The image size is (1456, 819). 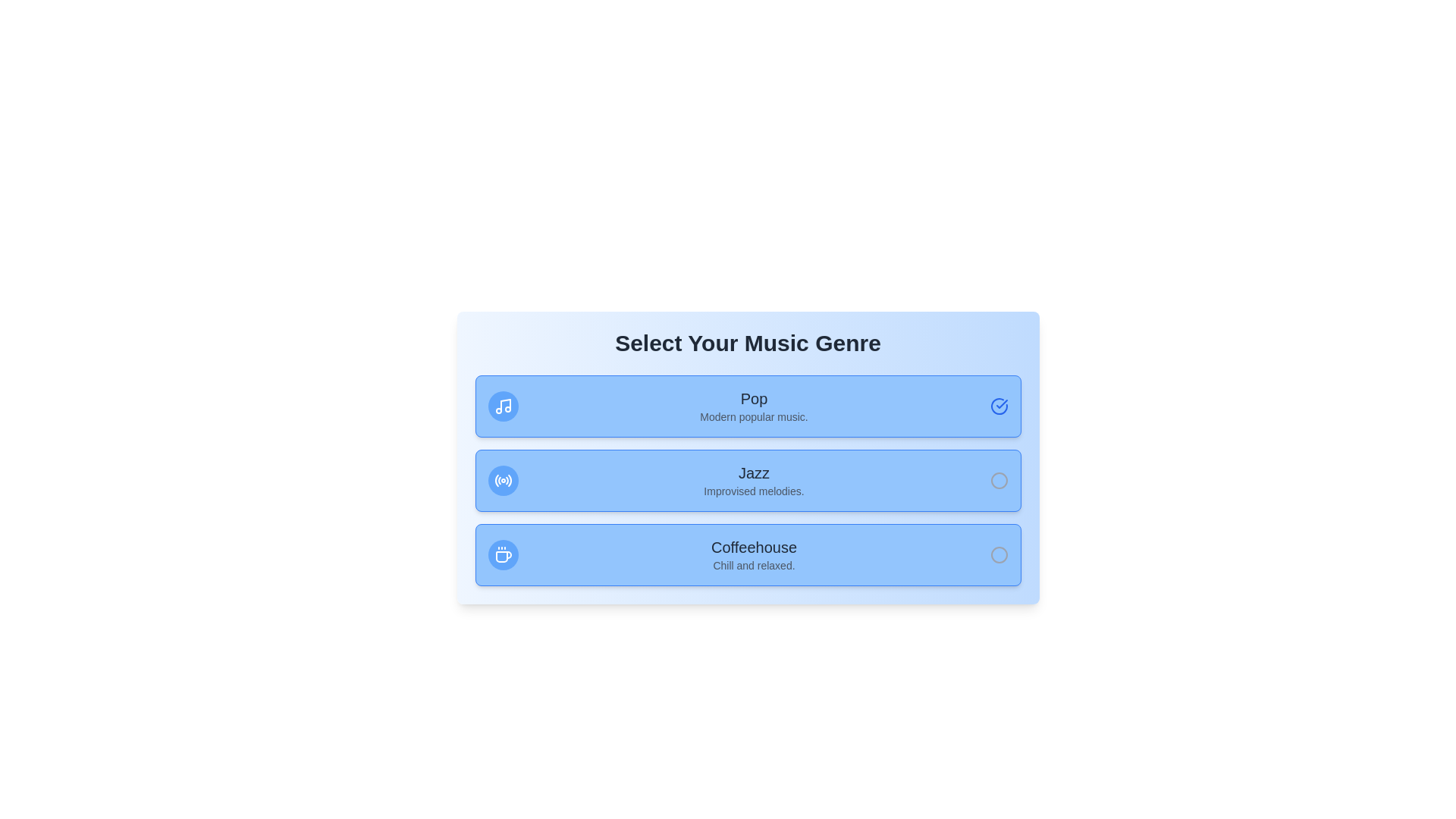 What do you see at coordinates (503, 557) in the screenshot?
I see `the lower-most icon representing the concept of 'Coffeehouse', which resembles a coffee cup and its handle, located to the left of the text label 'Coffeehouse'` at bounding box center [503, 557].